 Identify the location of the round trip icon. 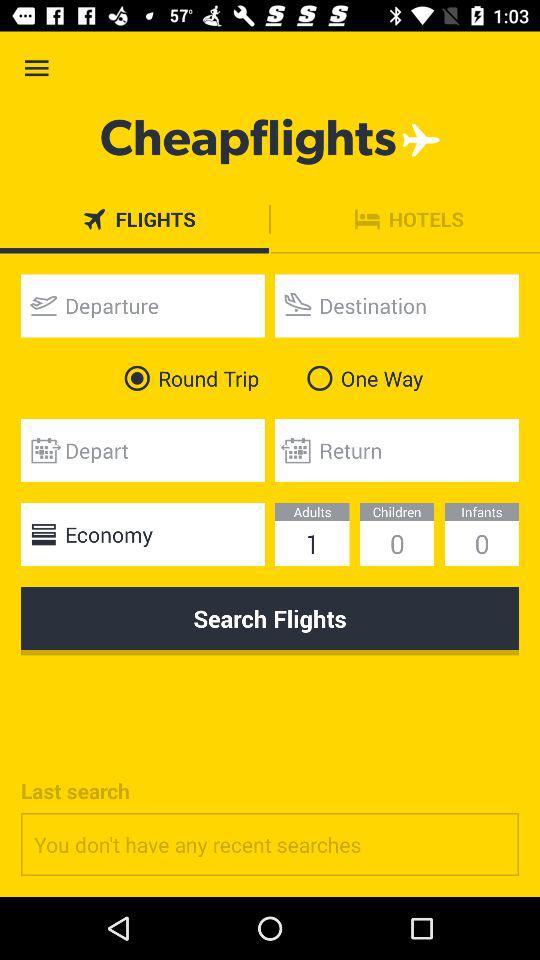
(187, 377).